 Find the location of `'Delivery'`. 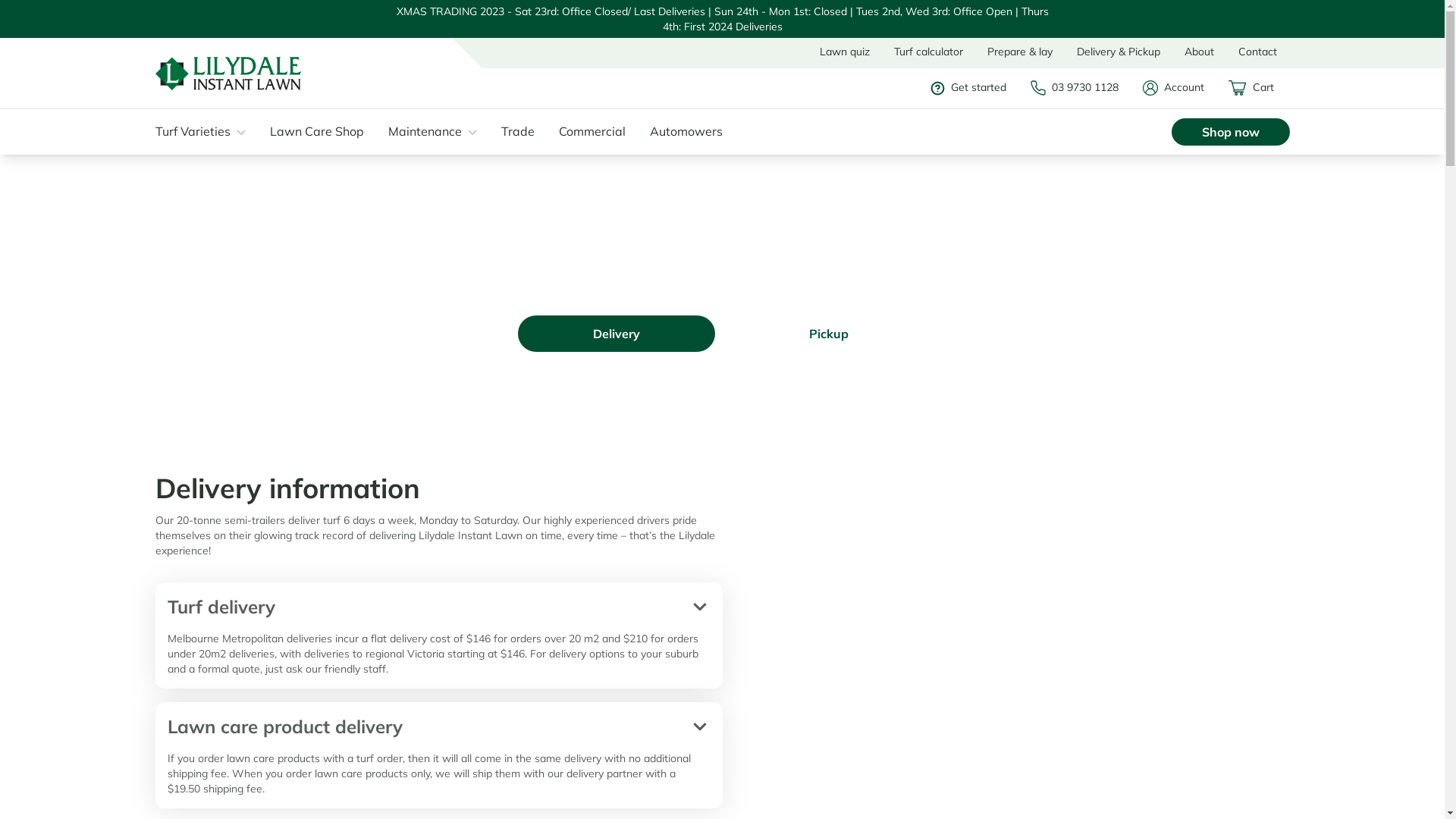

'Delivery' is located at coordinates (516, 332).